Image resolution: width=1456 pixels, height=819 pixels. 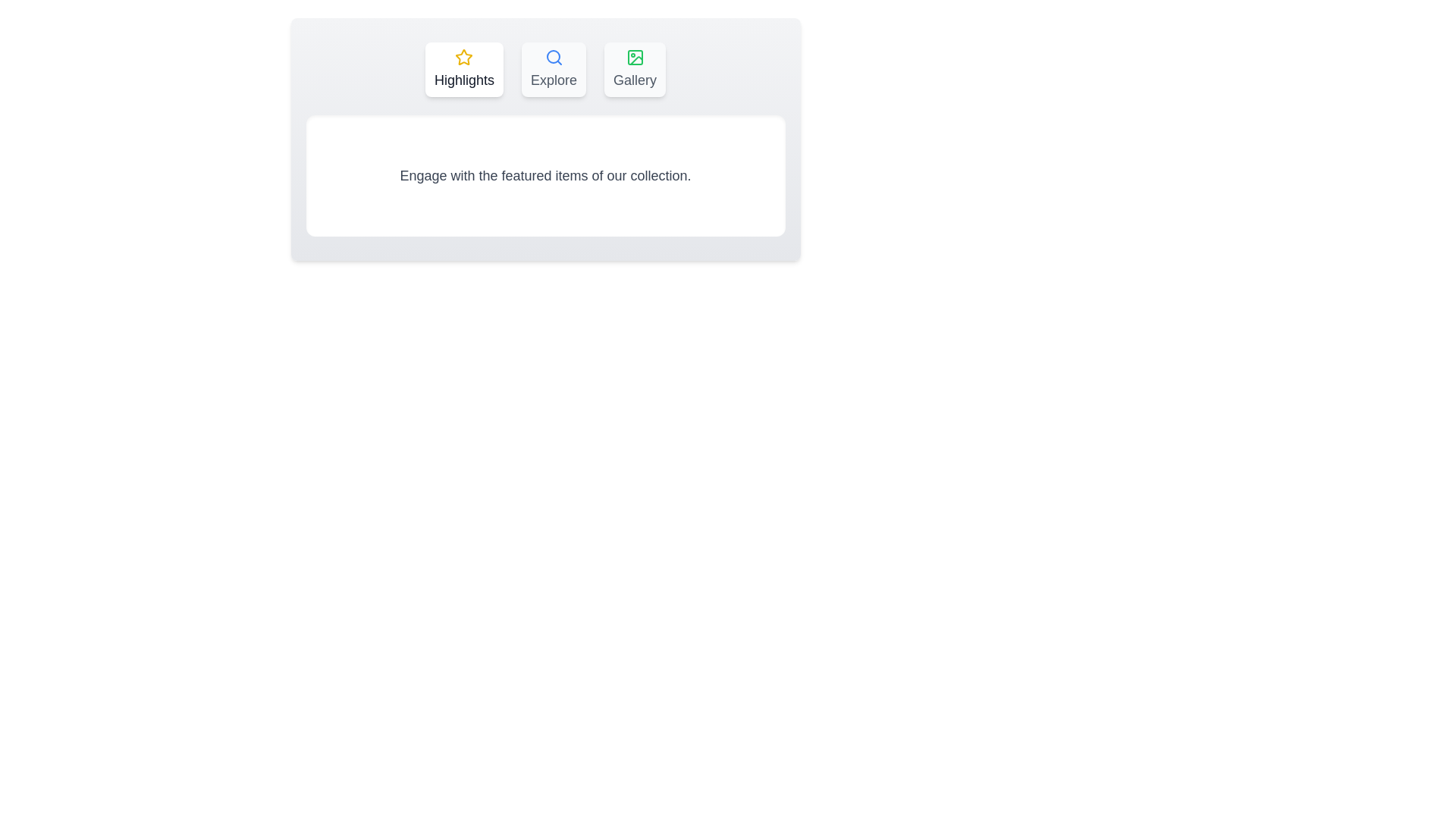 What do you see at coordinates (463, 70) in the screenshot?
I see `the tab Highlights to inspect its visual icon` at bounding box center [463, 70].